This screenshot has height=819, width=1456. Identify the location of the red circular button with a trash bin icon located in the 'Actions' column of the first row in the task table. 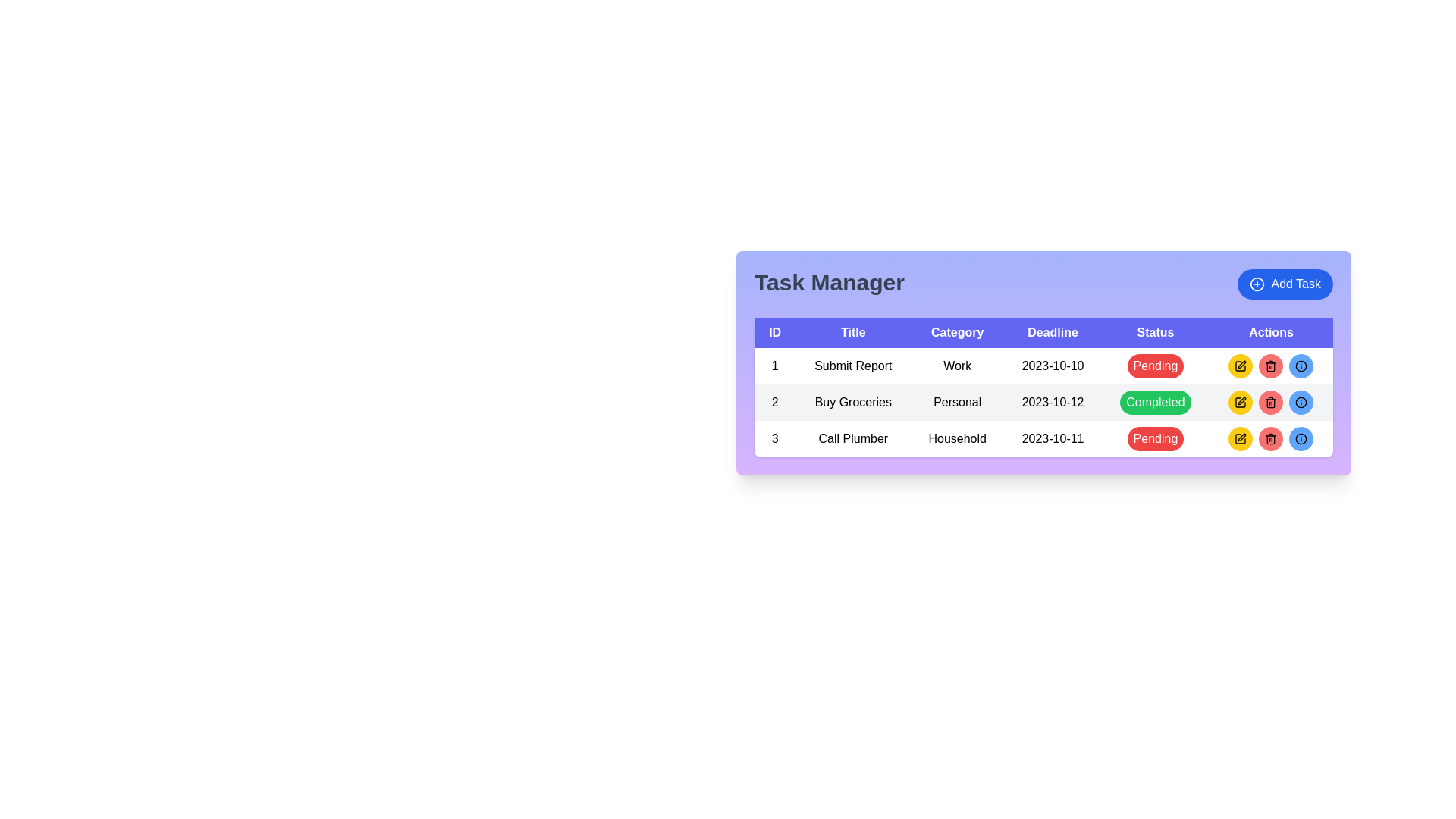
(1271, 366).